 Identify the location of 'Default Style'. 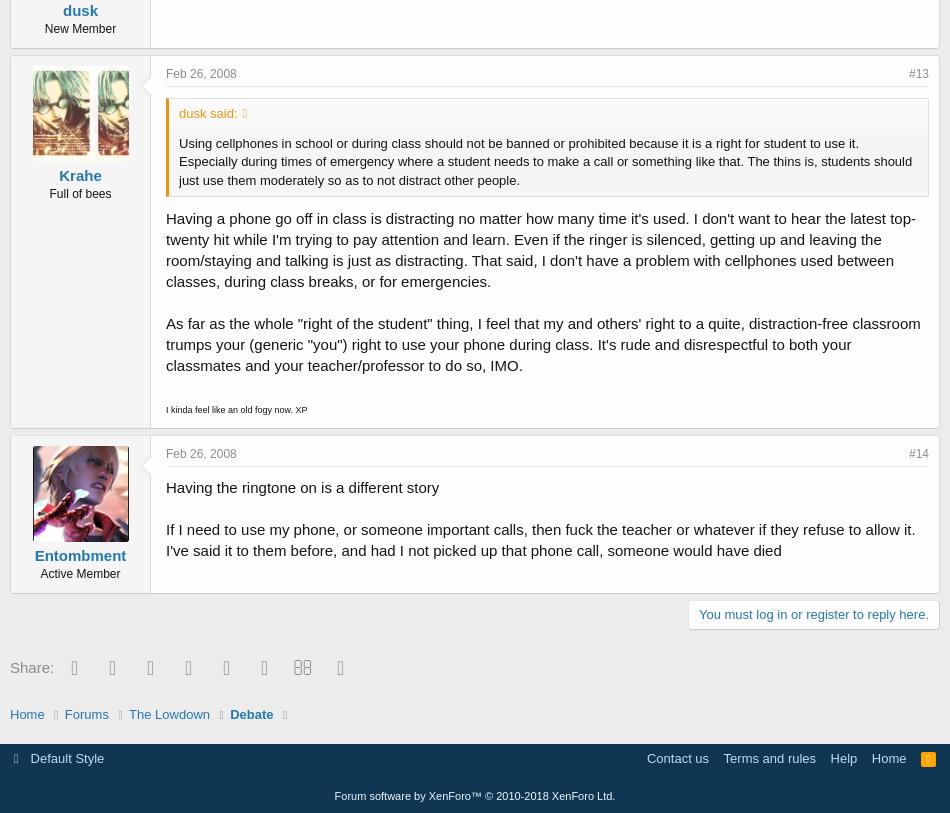
(65, 758).